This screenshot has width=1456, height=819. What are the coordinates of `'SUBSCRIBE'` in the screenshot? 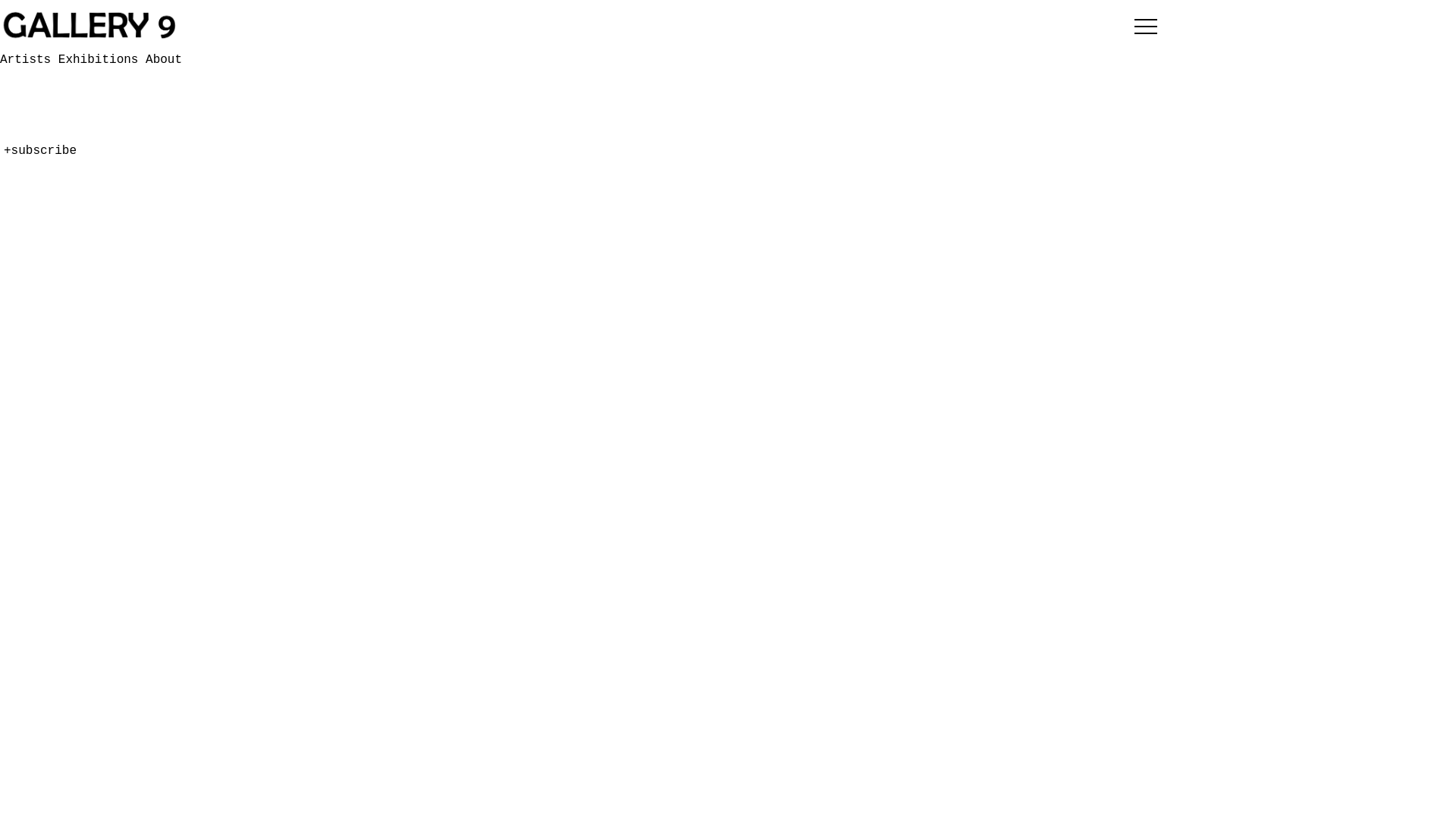 It's located at (54, 110).